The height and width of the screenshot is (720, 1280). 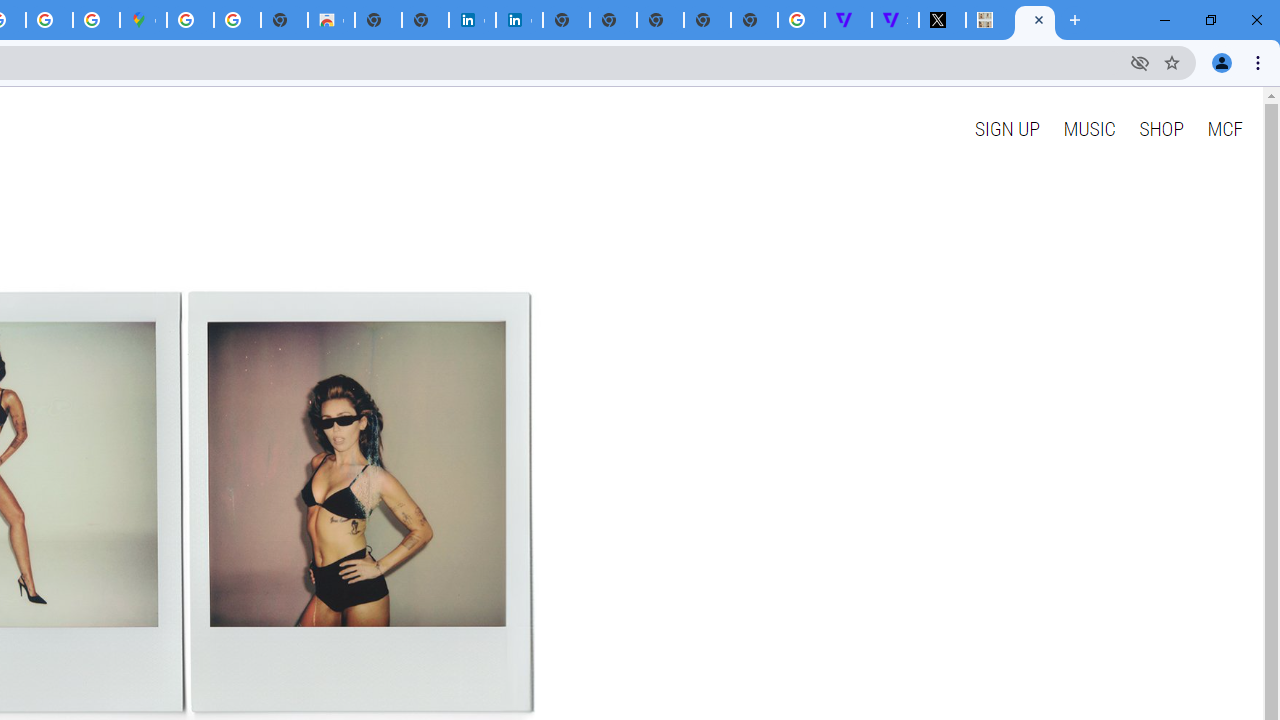 What do you see at coordinates (894, 20) in the screenshot?
I see `'Streaming - The Verge'` at bounding box center [894, 20].